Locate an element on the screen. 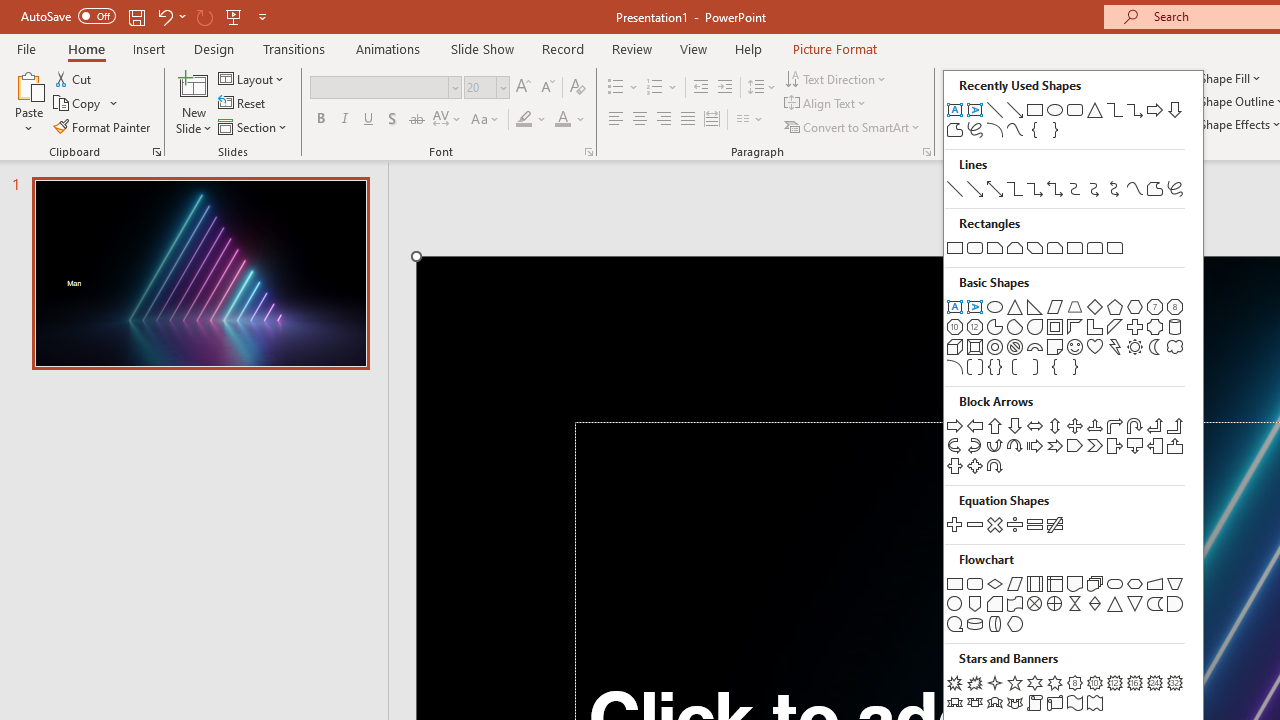  'Distributed' is located at coordinates (712, 119).